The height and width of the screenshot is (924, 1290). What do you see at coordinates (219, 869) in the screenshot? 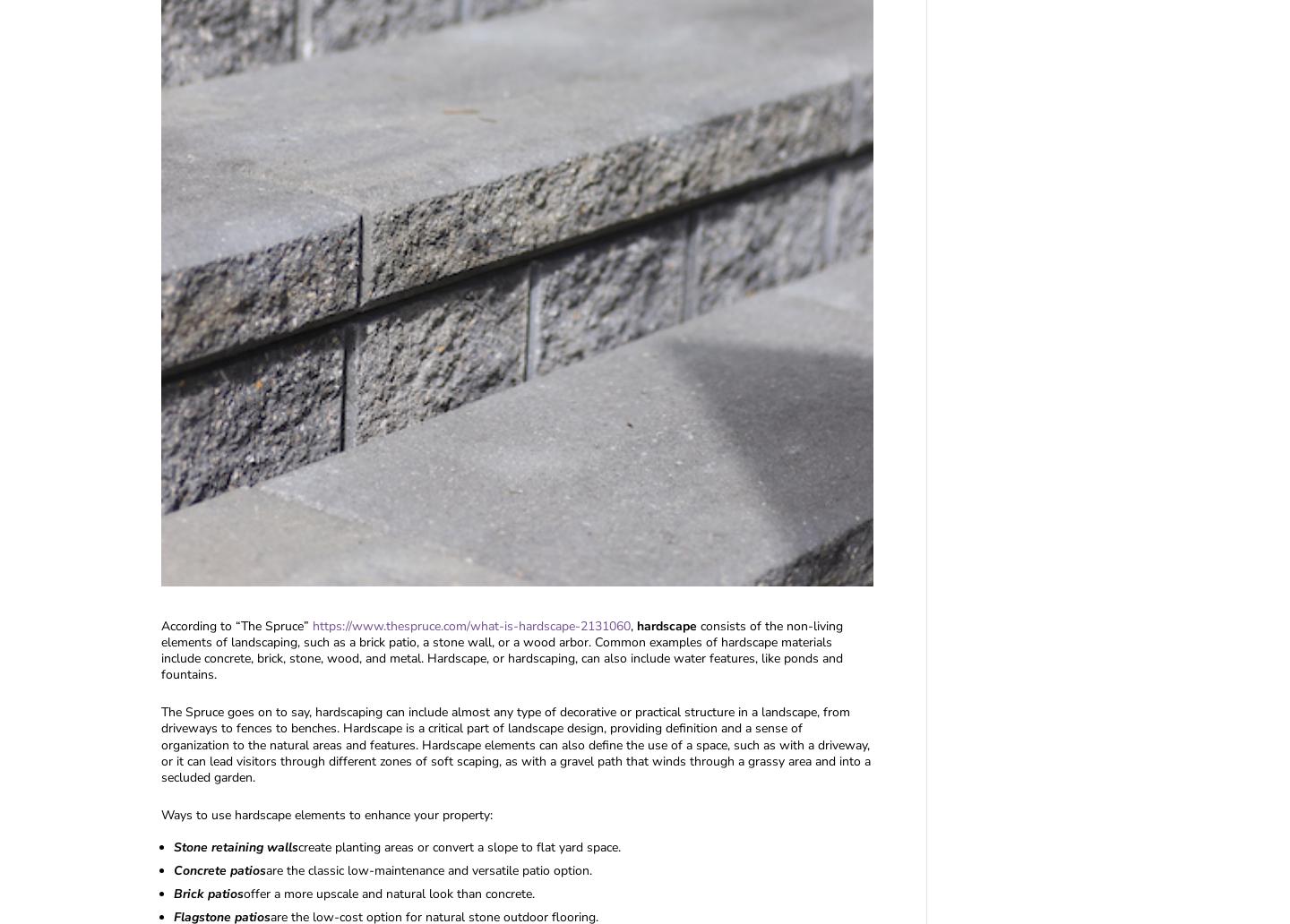
I see `'Concrete patios'` at bounding box center [219, 869].